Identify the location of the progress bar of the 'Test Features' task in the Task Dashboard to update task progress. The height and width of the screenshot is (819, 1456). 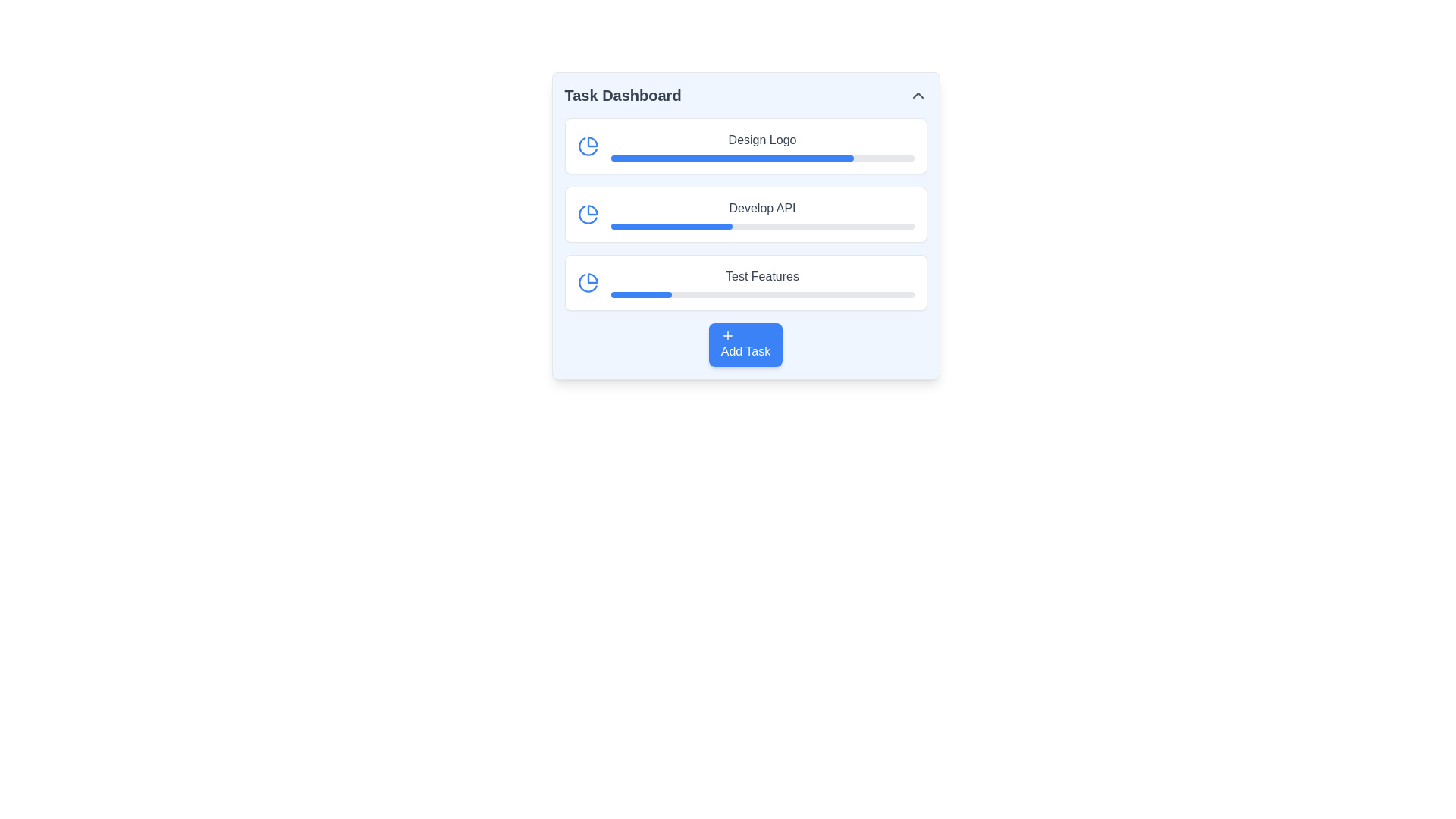
(762, 283).